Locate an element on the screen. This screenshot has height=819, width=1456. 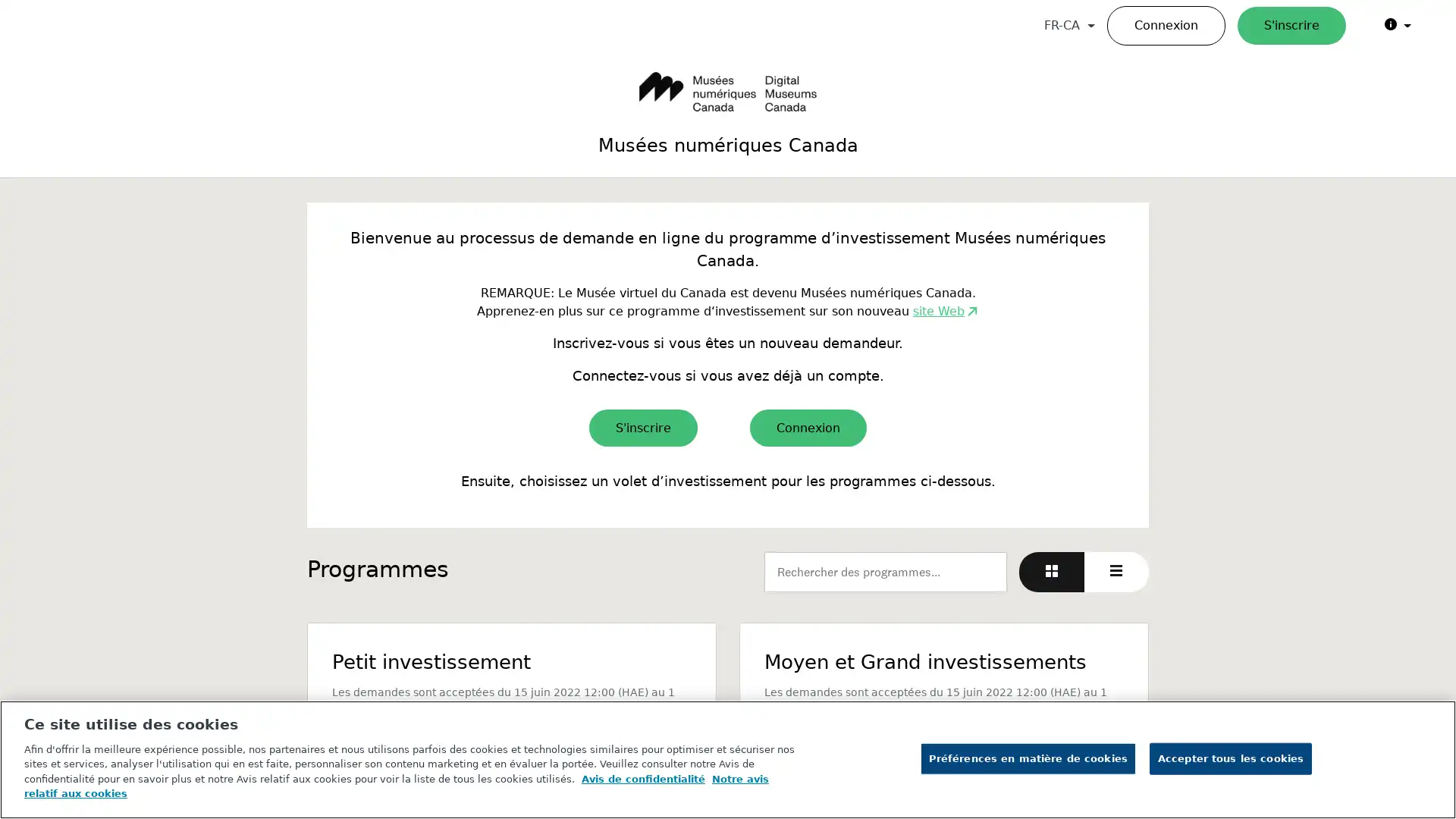
Accepter tous les cookies is located at coordinates (1230, 758).